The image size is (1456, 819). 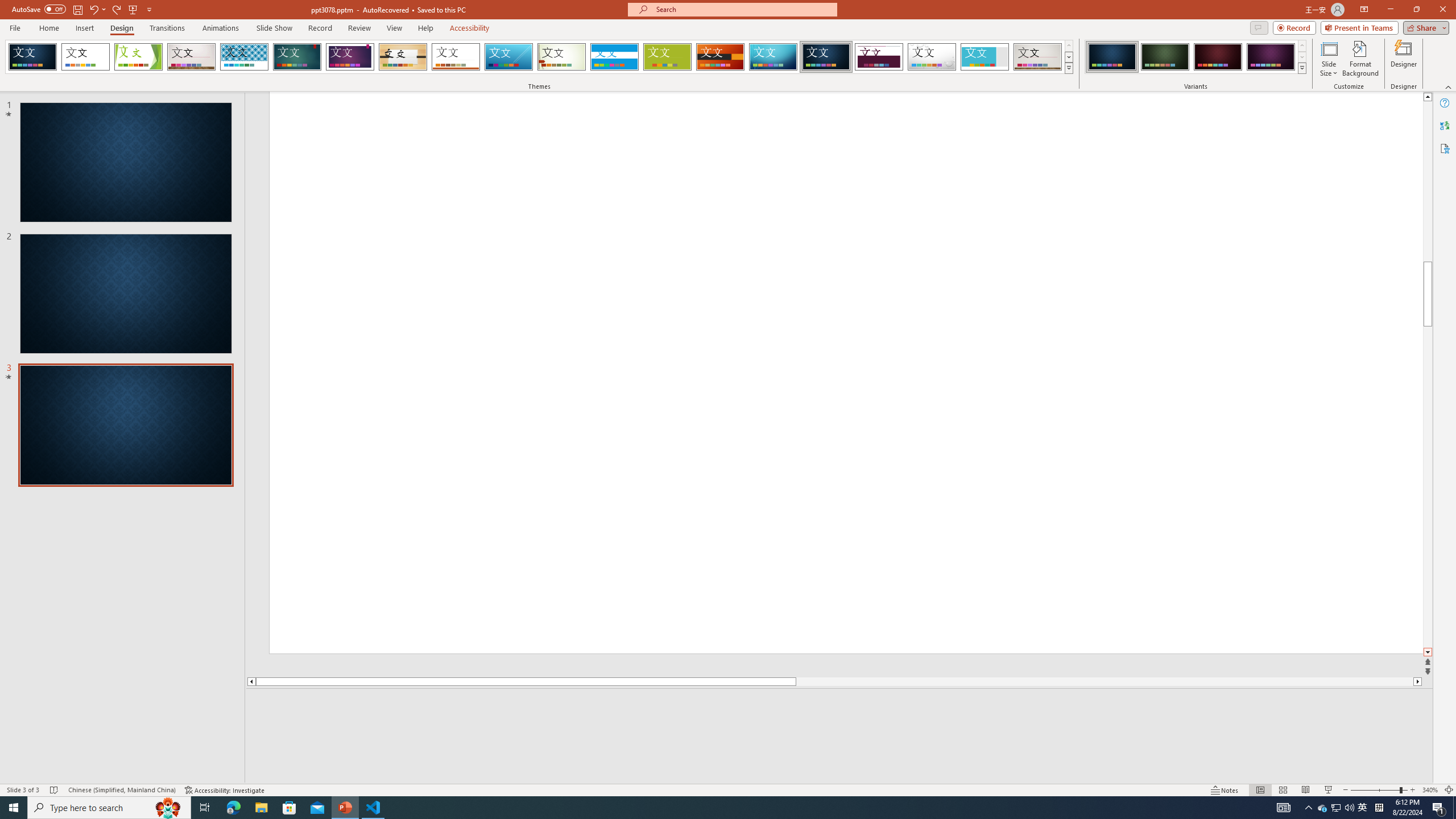 I want to click on 'Damask Variant 3', so click(x=1217, y=56).